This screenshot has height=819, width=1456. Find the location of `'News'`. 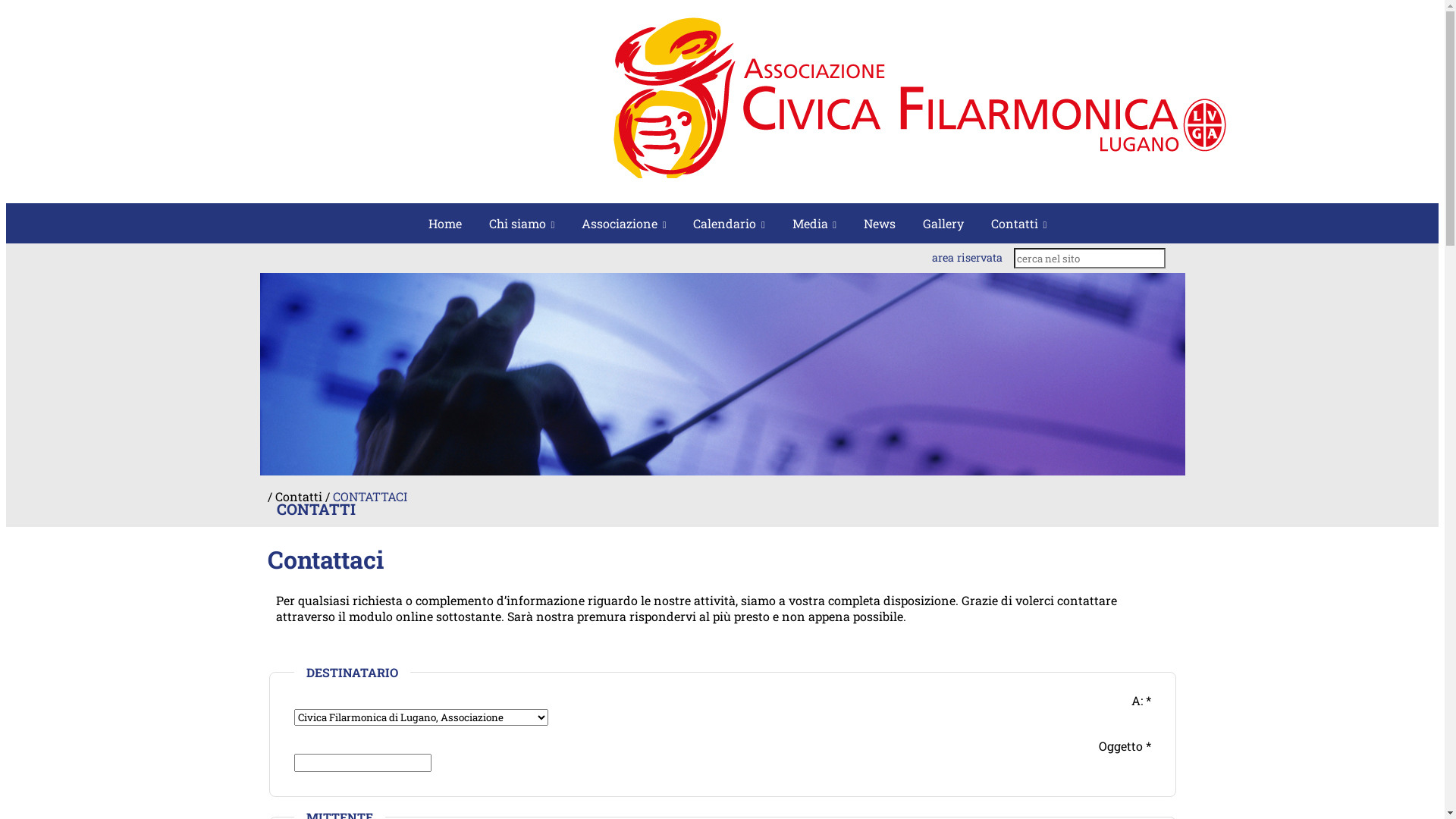

'News' is located at coordinates (880, 223).